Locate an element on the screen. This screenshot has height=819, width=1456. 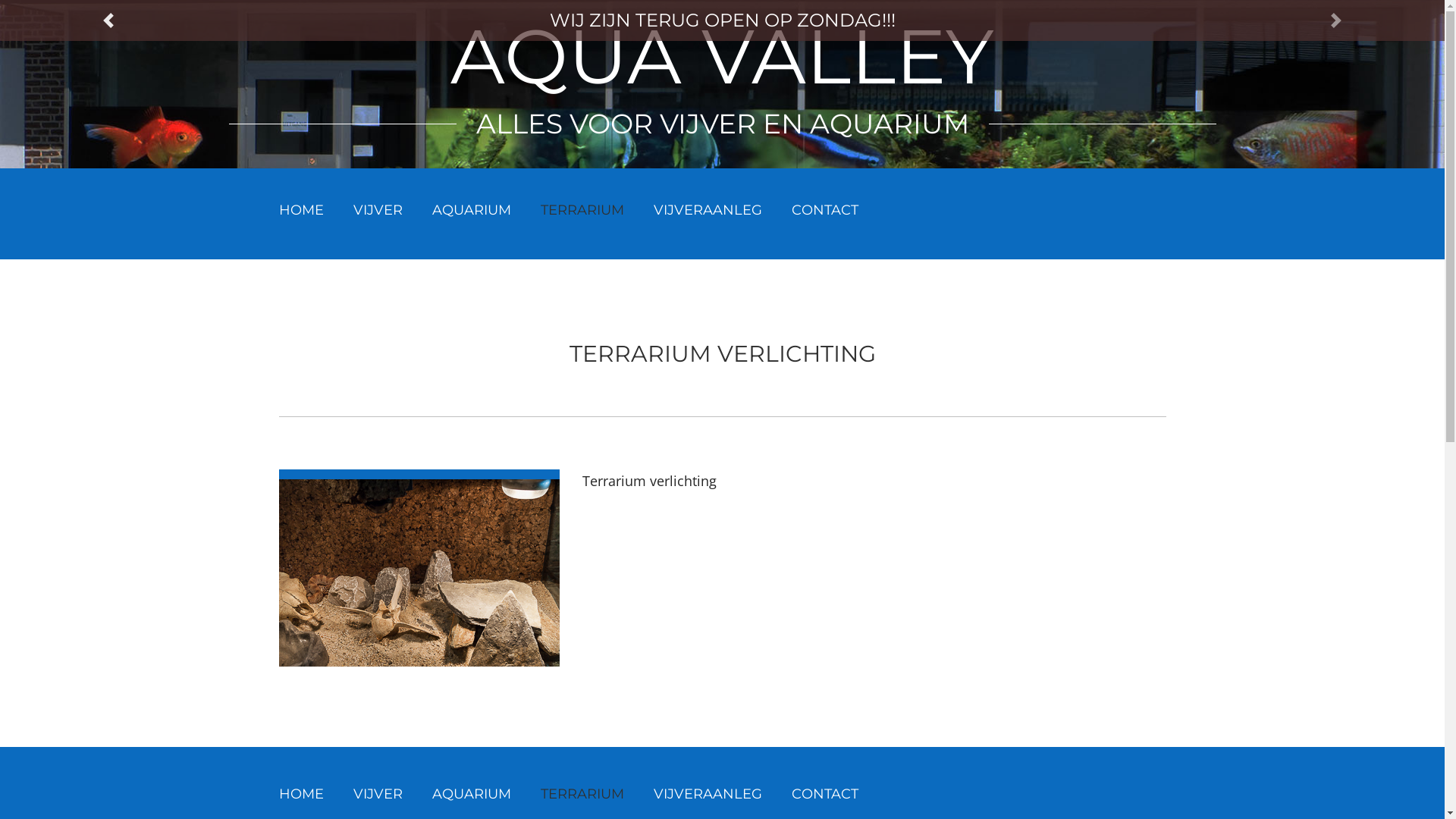
'TERRARIUM' is located at coordinates (581, 210).